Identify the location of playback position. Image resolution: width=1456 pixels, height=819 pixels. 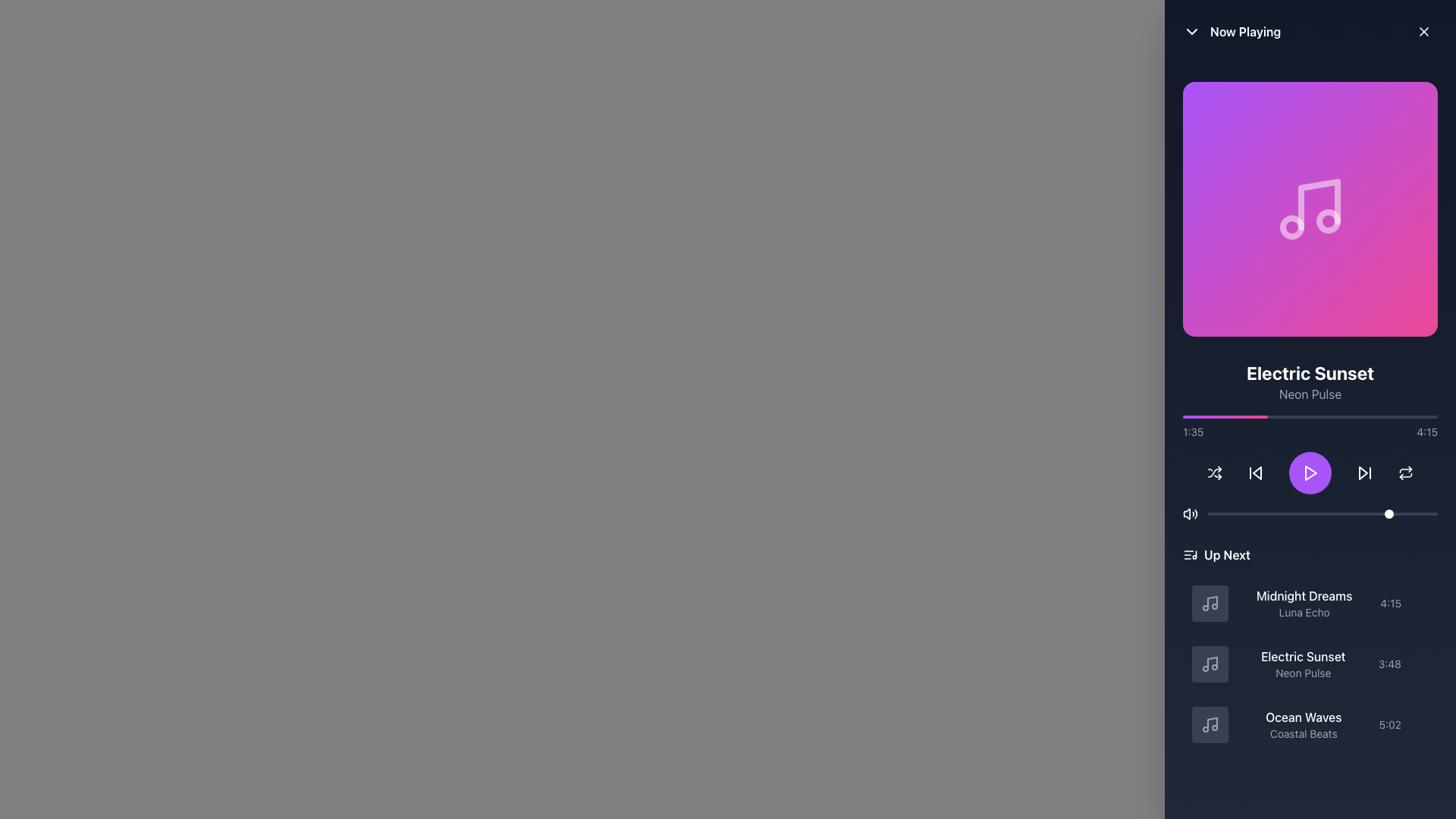
(1279, 417).